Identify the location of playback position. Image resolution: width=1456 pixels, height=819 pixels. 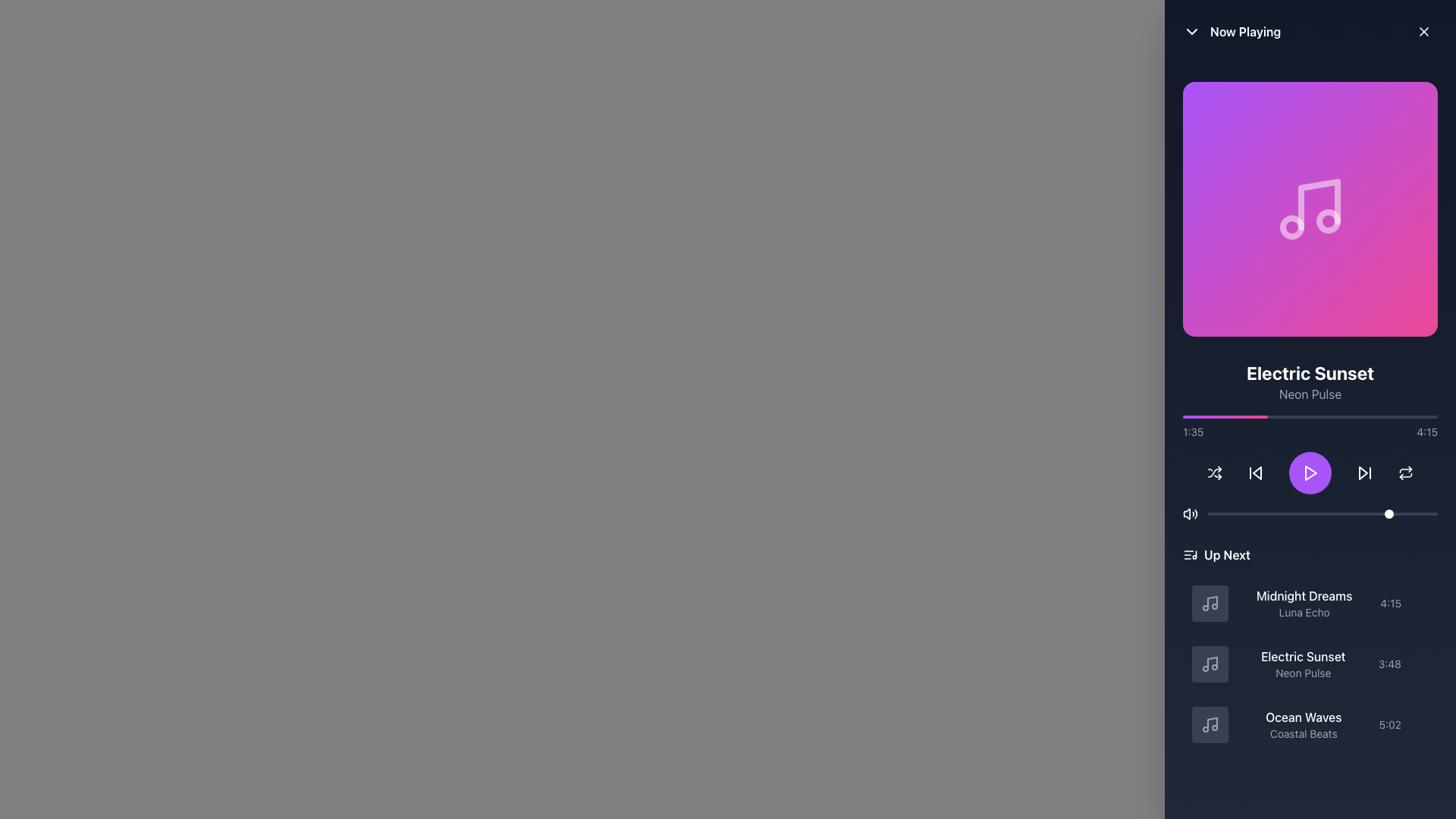
(1279, 417).